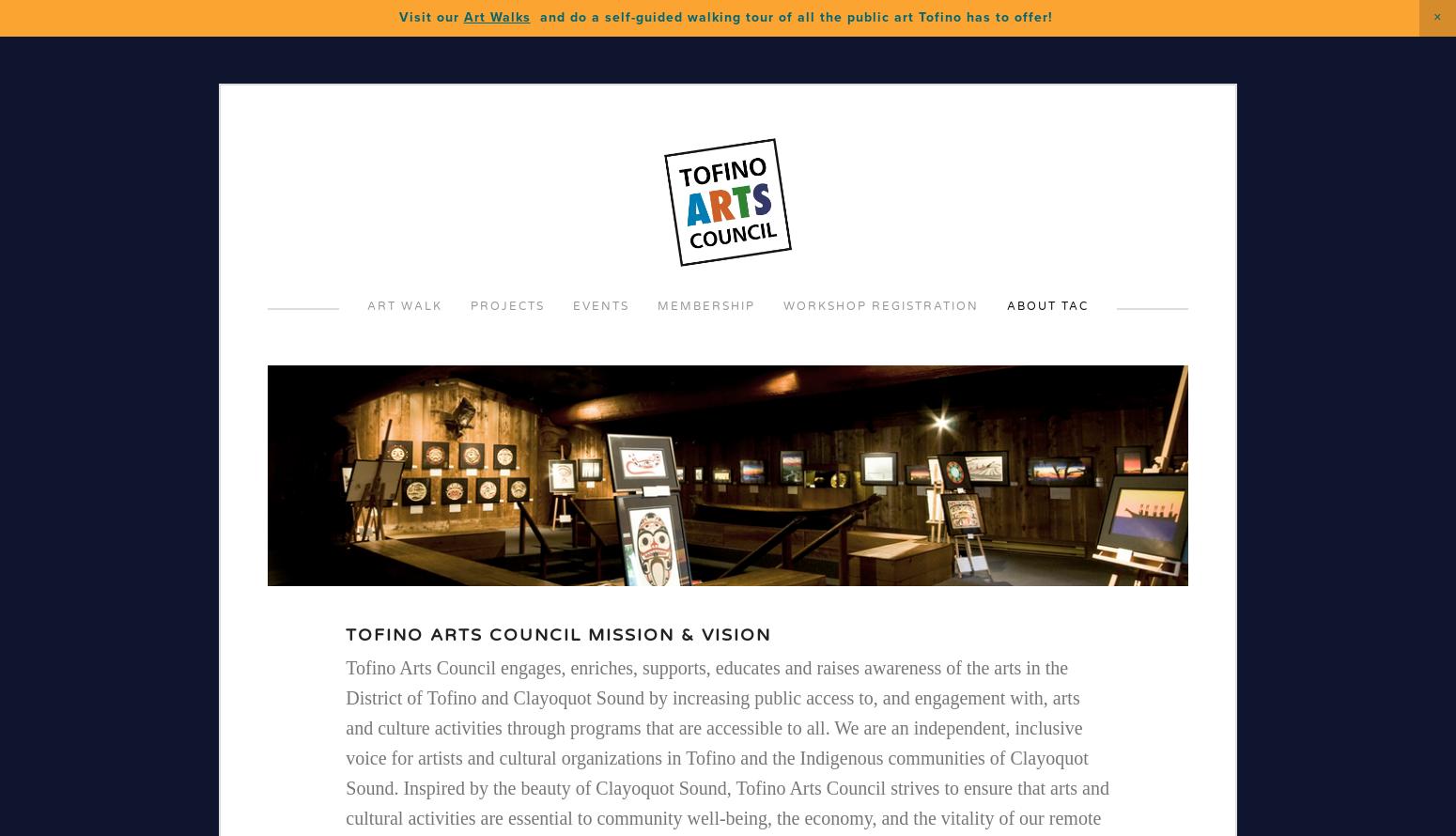 The width and height of the screenshot is (1456, 836). I want to click on 'Visit our', so click(397, 17).